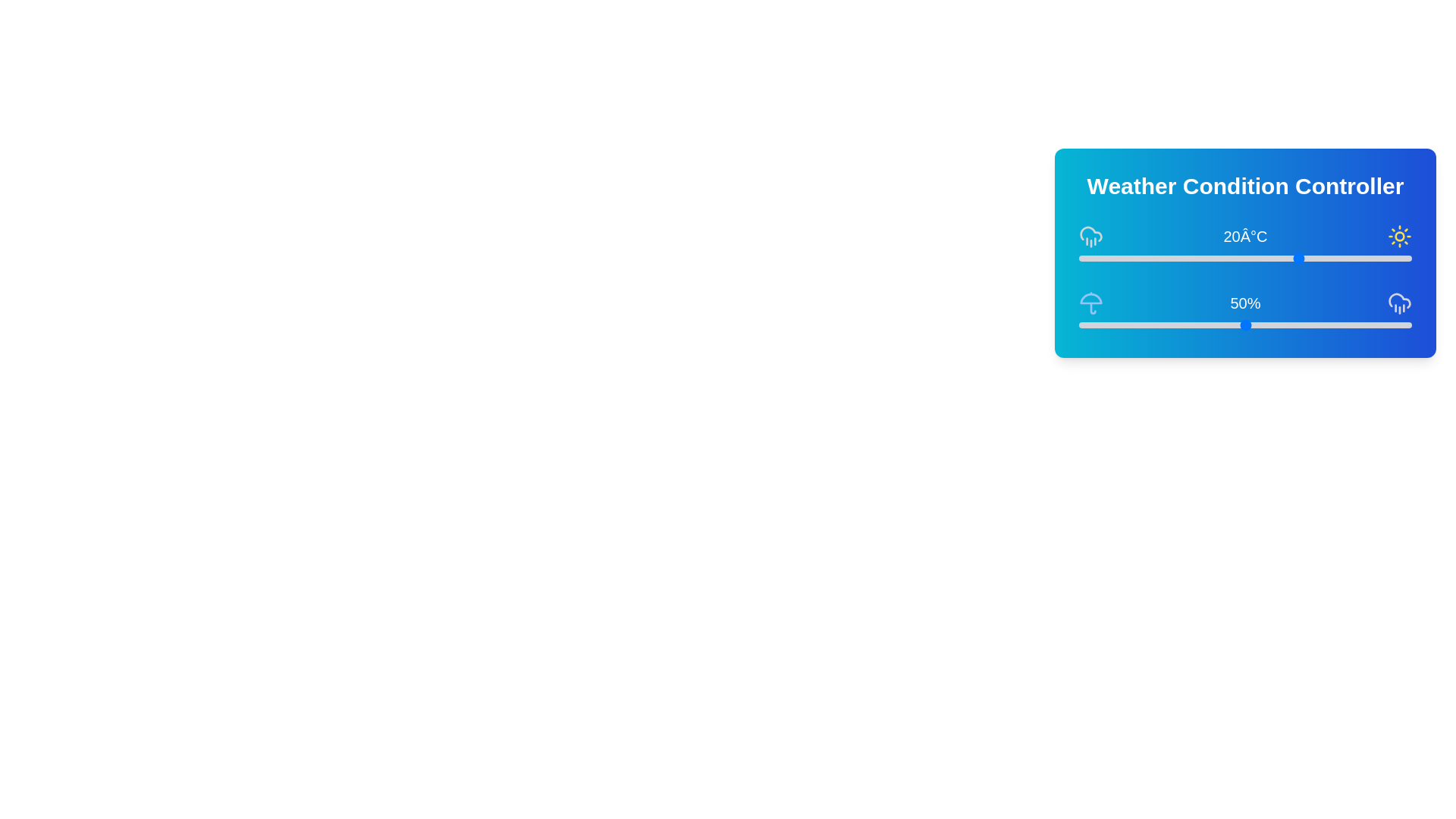 The image size is (1456, 819). What do you see at coordinates (1395, 257) in the screenshot?
I see `the temperature slider to 37°C` at bounding box center [1395, 257].